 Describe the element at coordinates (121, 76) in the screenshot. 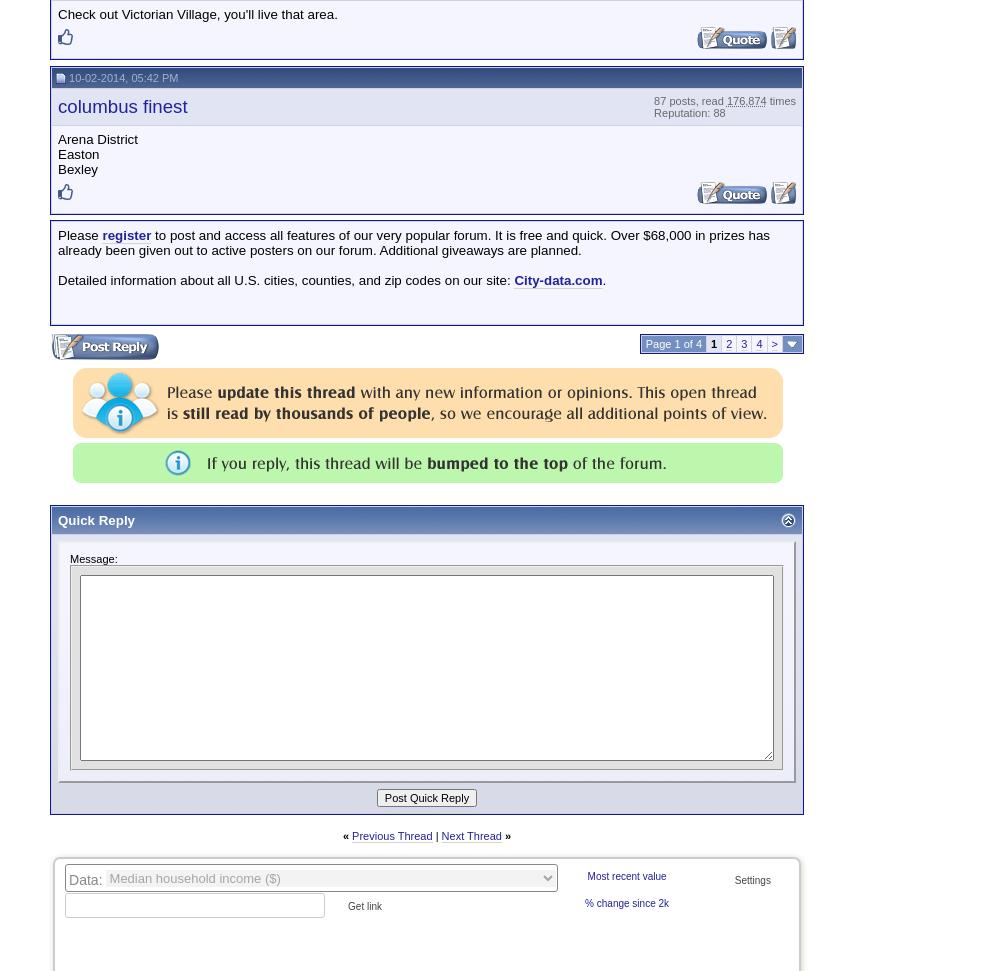

I see `'10-02-2014, 05:42 PM'` at that location.